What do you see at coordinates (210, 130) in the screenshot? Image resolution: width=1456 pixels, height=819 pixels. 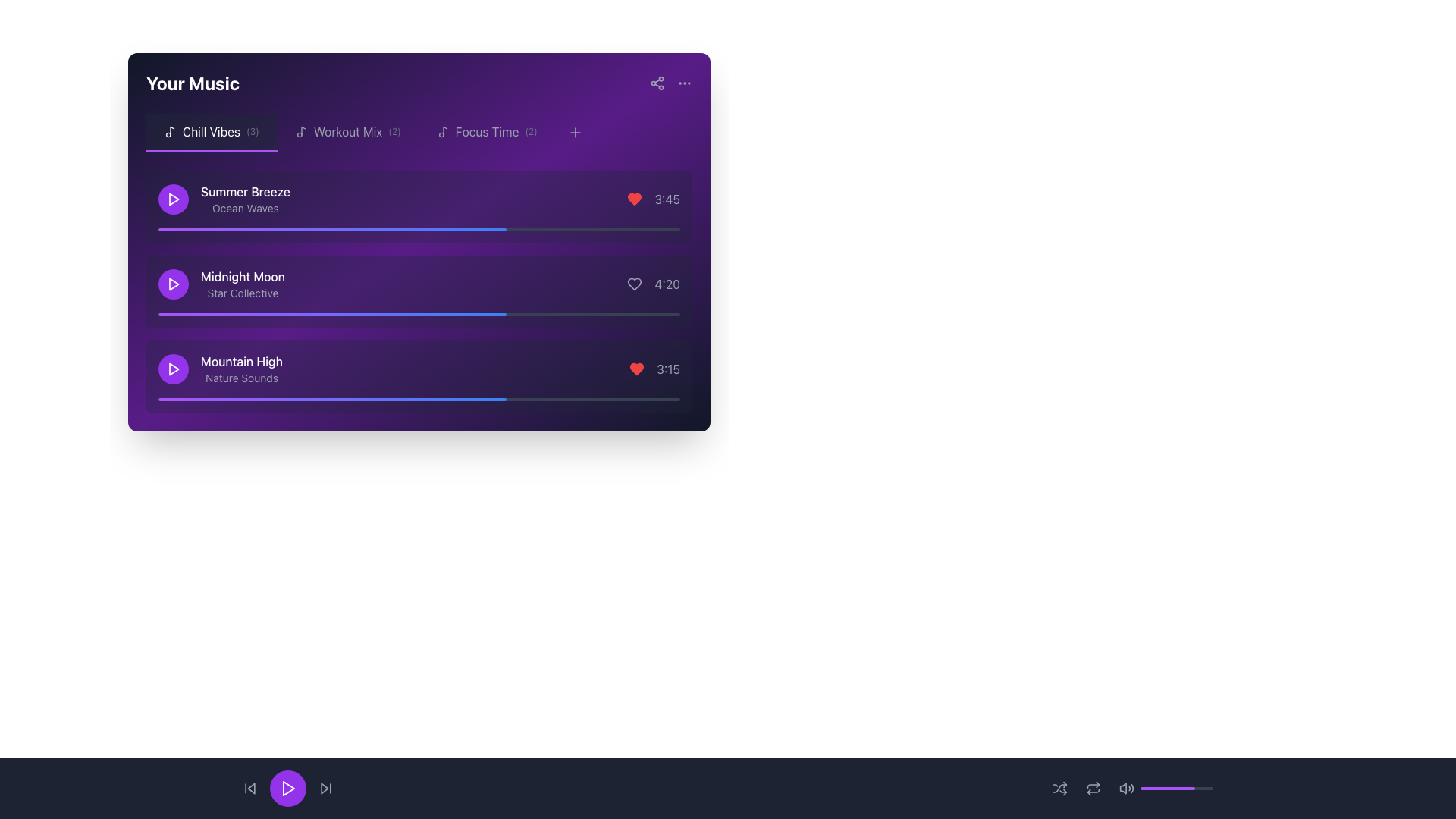 I see `text label indicating the title of the music playlist named 'Chill Vibes' located in the 'Your Music' section, which is the first text label in the tab-like navigation system` at bounding box center [210, 130].